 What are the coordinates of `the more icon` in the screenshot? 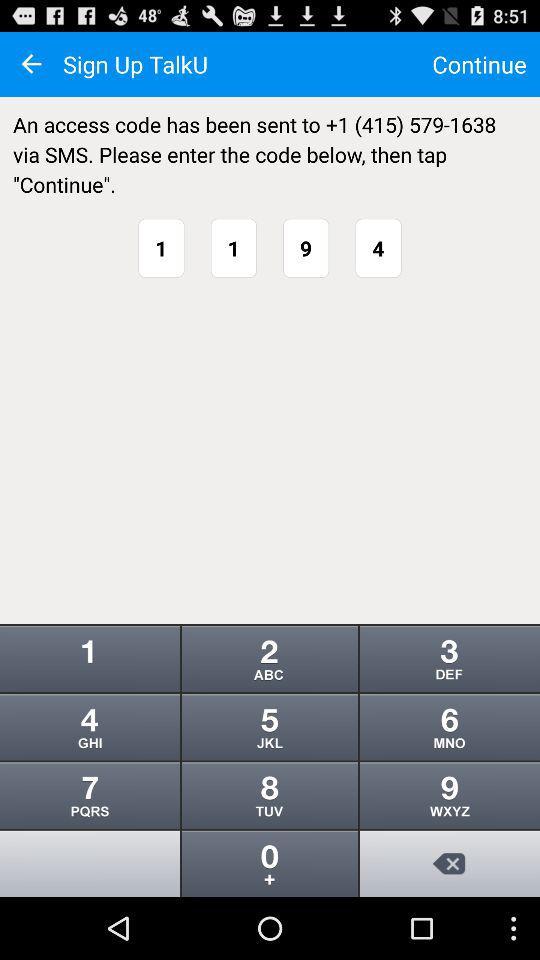 It's located at (449, 705).